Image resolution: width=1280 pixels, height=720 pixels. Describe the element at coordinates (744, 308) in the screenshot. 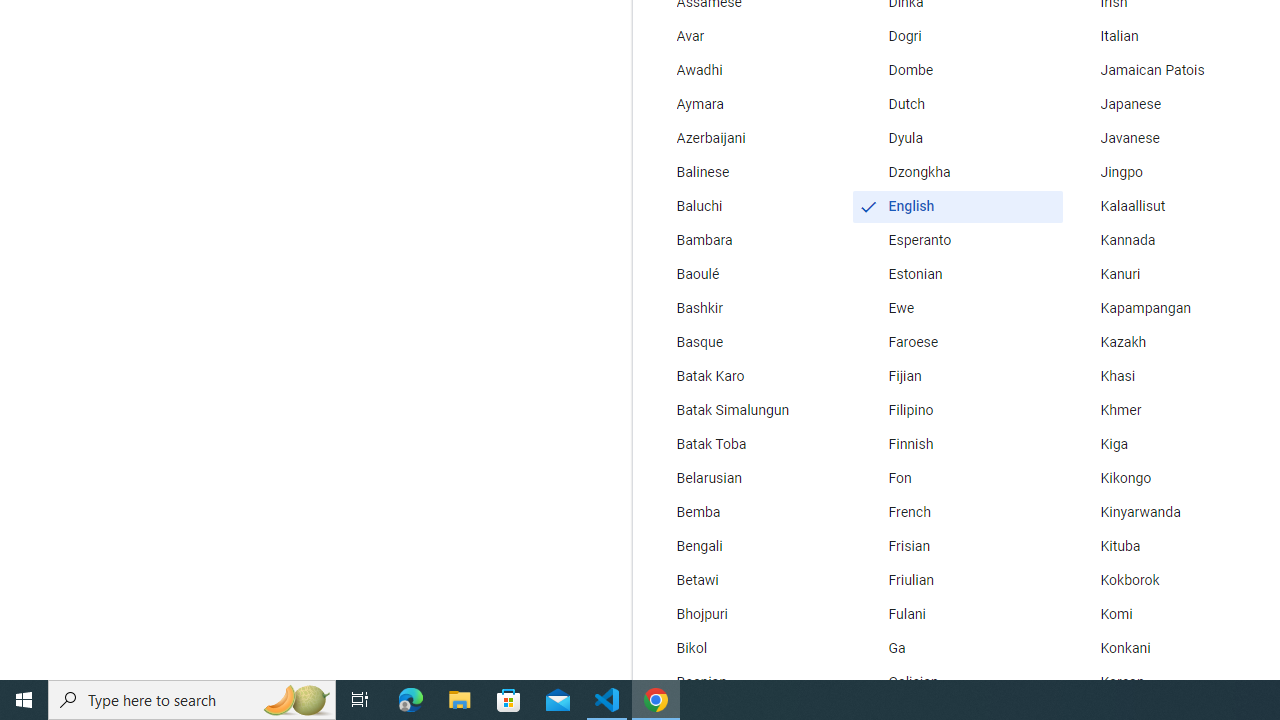

I see `'Bashkir'` at that location.